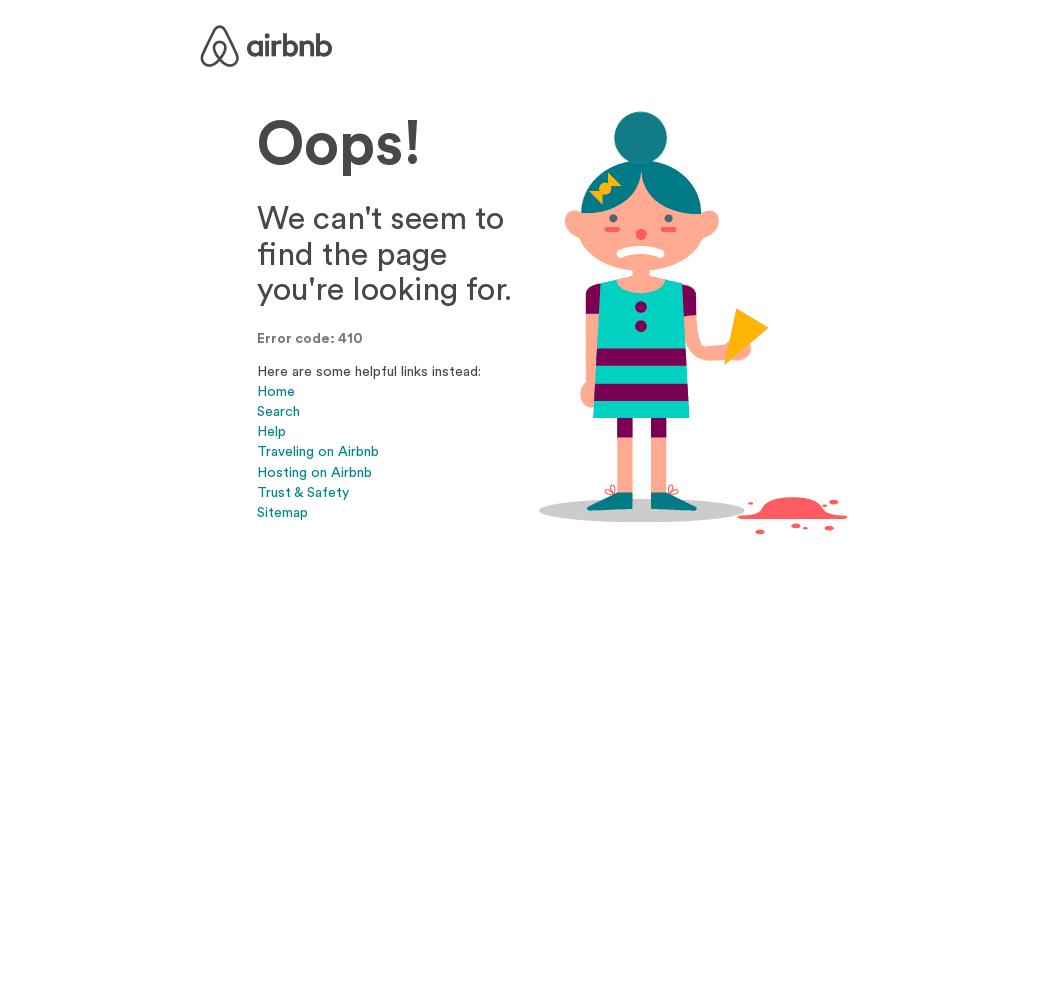 Image resolution: width=1050 pixels, height=1000 pixels. What do you see at coordinates (338, 142) in the screenshot?
I see `'Oops!'` at bounding box center [338, 142].